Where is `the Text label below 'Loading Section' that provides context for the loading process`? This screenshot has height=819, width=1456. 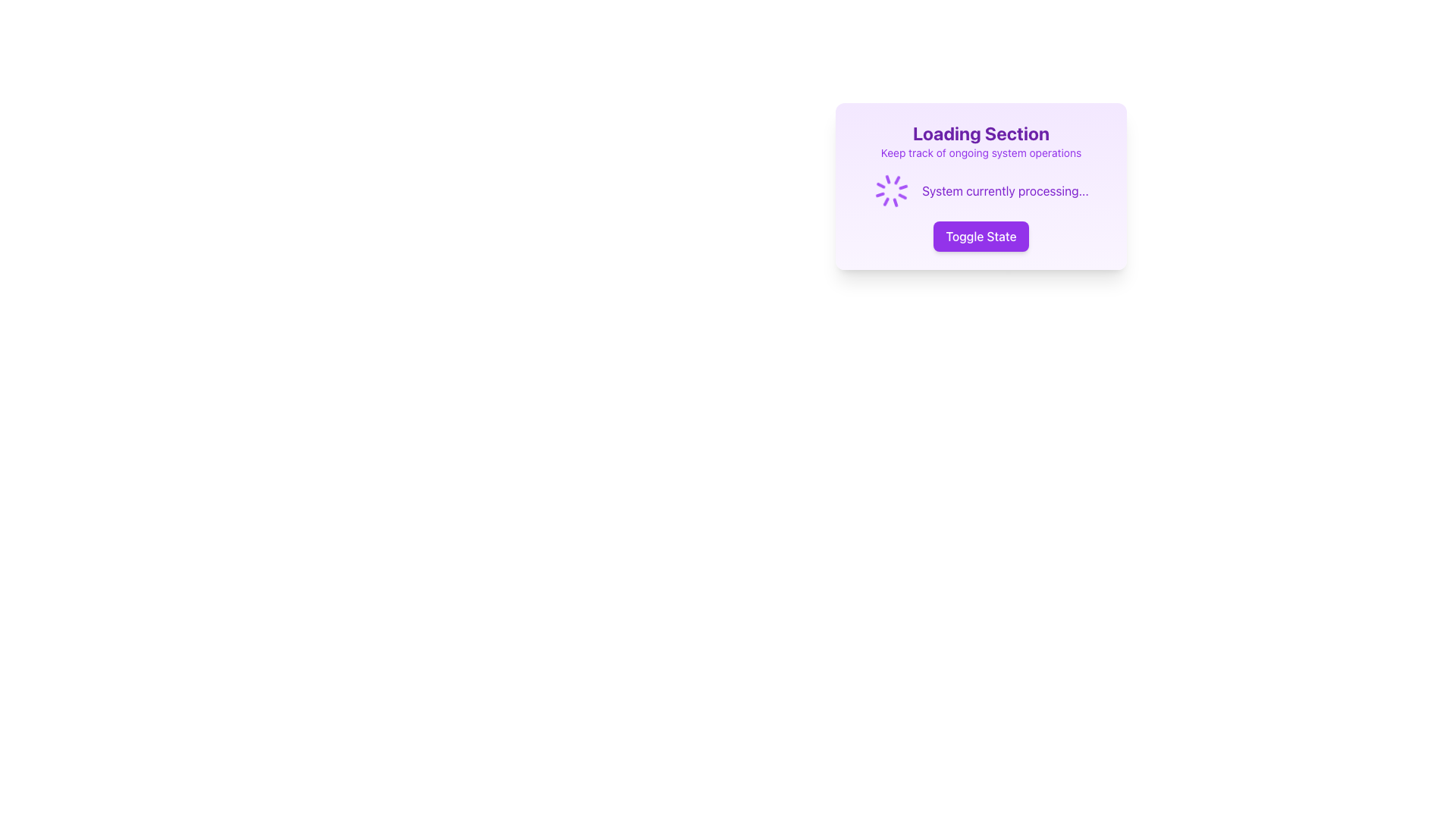 the Text label below 'Loading Section' that provides context for the loading process is located at coordinates (981, 152).